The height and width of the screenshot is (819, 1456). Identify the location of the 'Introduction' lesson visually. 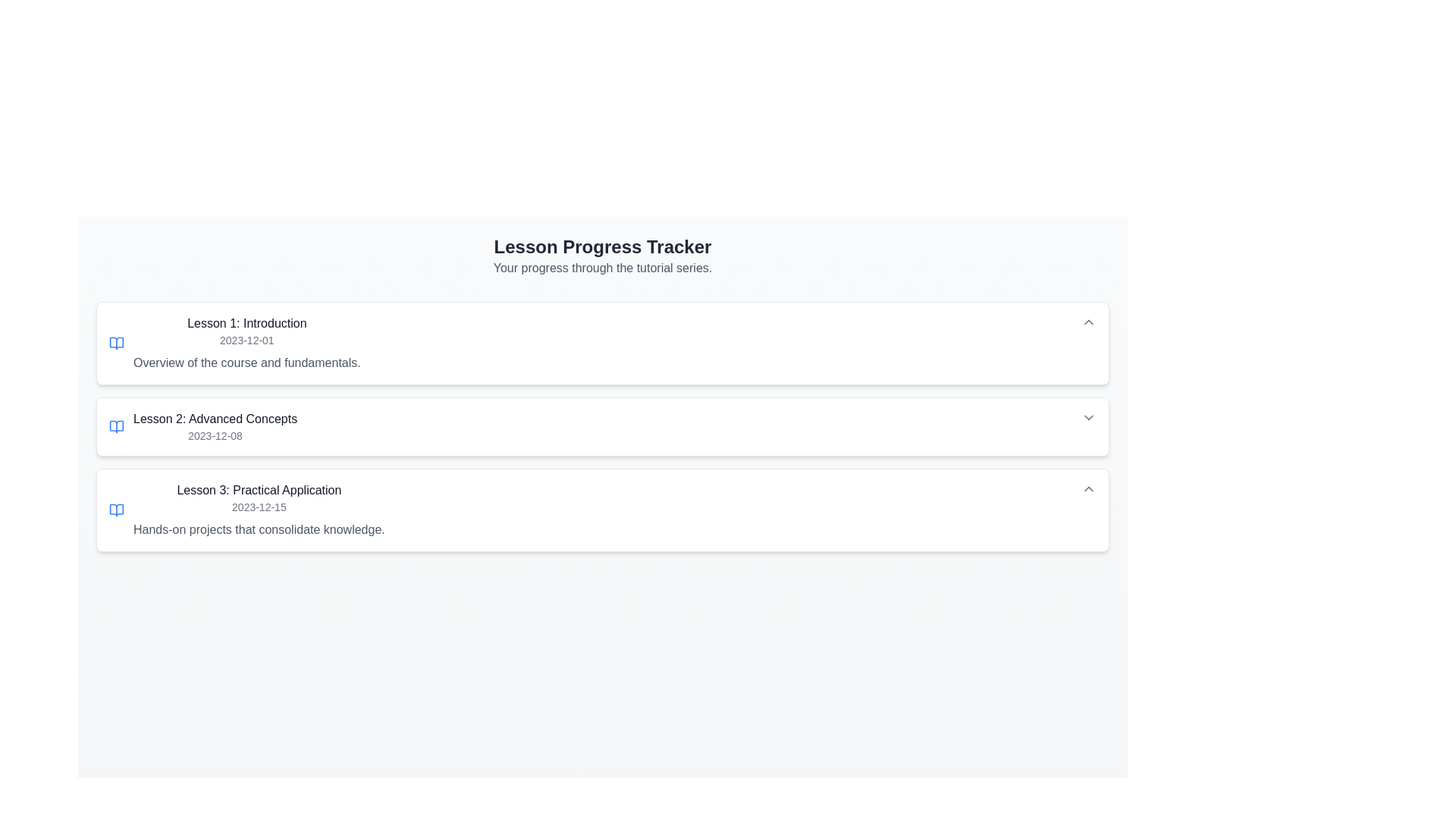
(115, 343).